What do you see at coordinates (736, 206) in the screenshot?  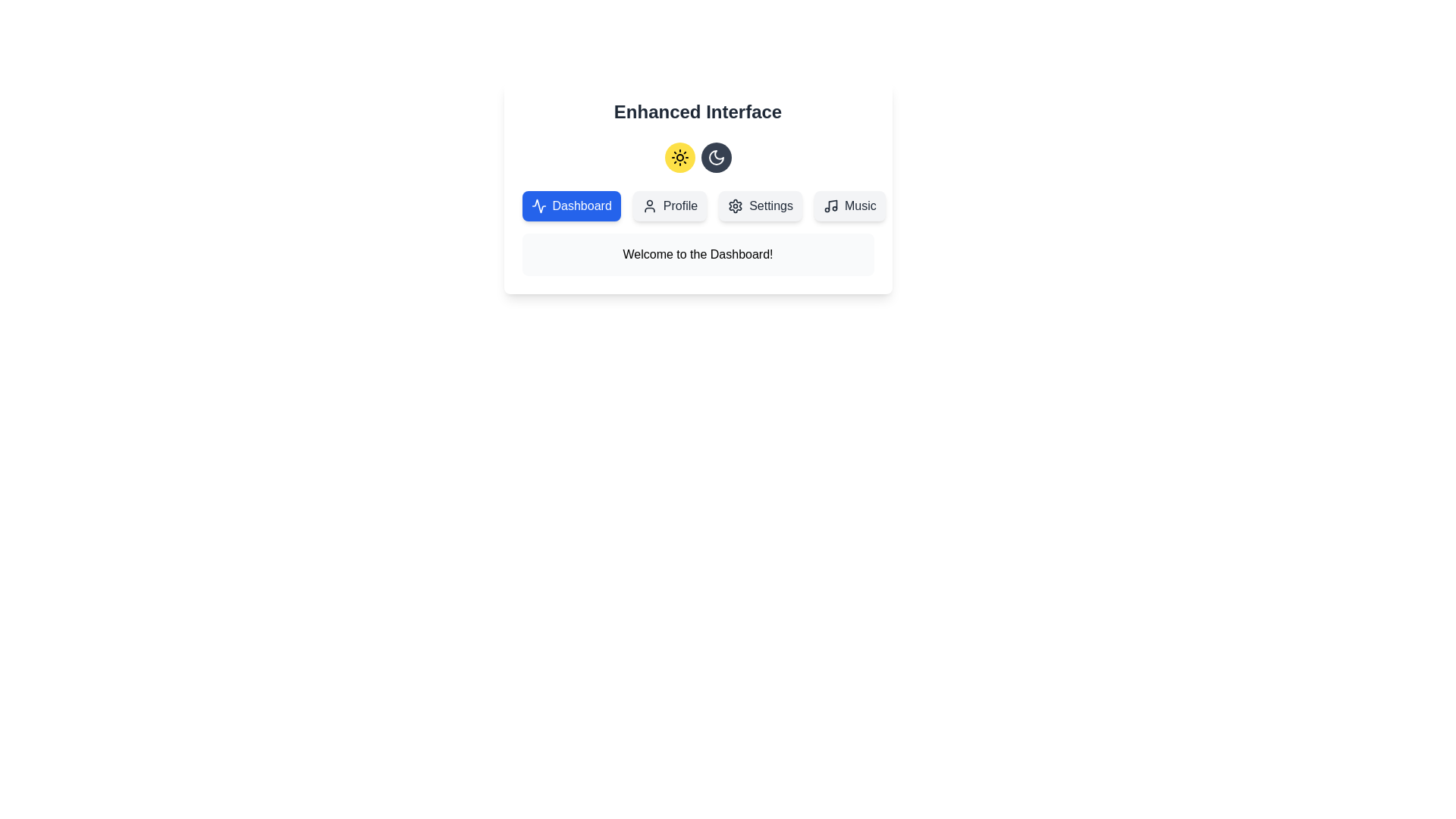 I see `the gear-shaped settings icon located between the 'Profile' icon and the 'Music' icon in the top navigation bar` at bounding box center [736, 206].